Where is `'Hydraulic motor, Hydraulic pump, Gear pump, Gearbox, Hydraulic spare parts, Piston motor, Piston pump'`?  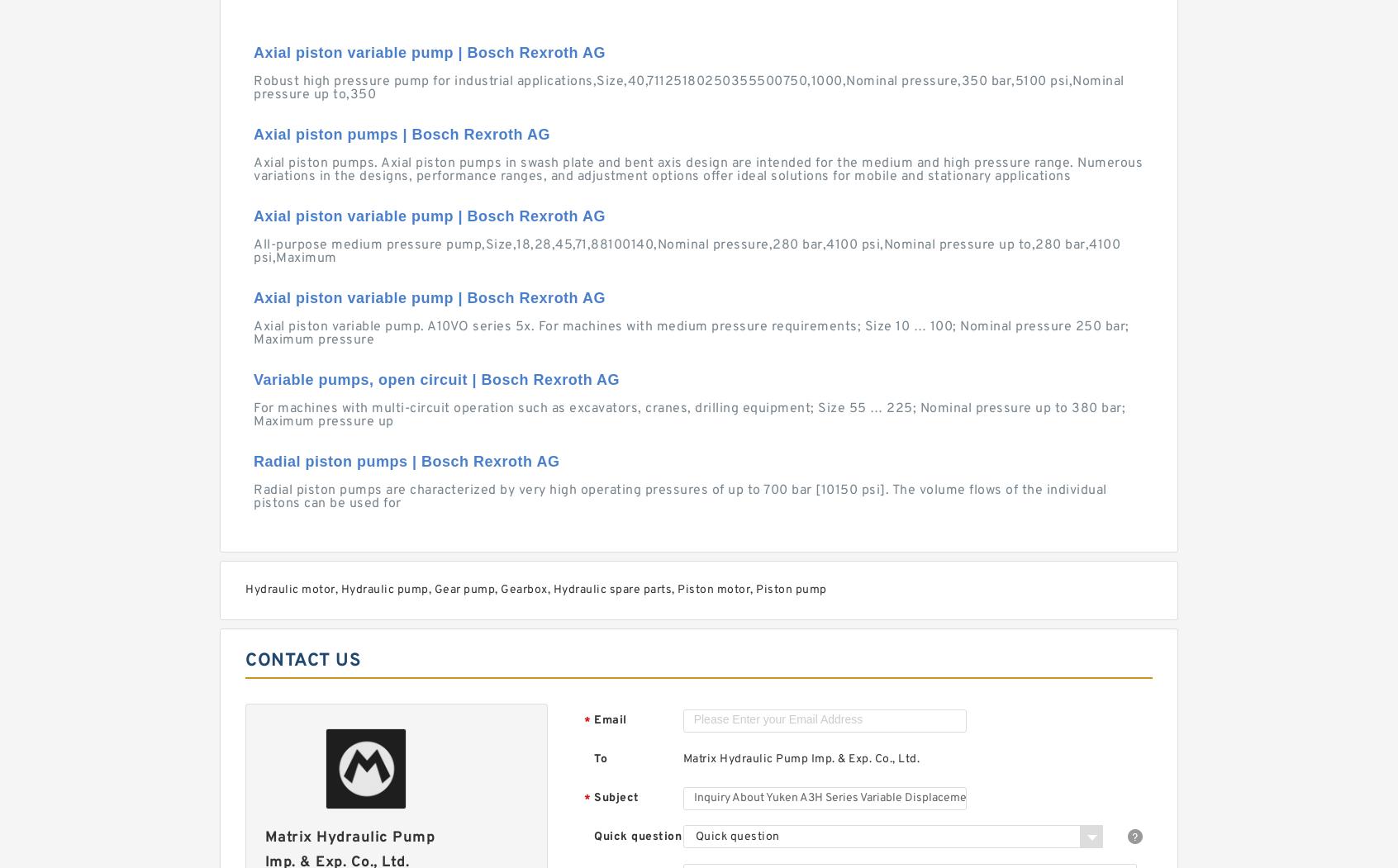
'Hydraulic motor, Hydraulic pump, Gear pump, Gearbox, Hydraulic spare parts, Piston motor, Piston pump' is located at coordinates (535, 589).